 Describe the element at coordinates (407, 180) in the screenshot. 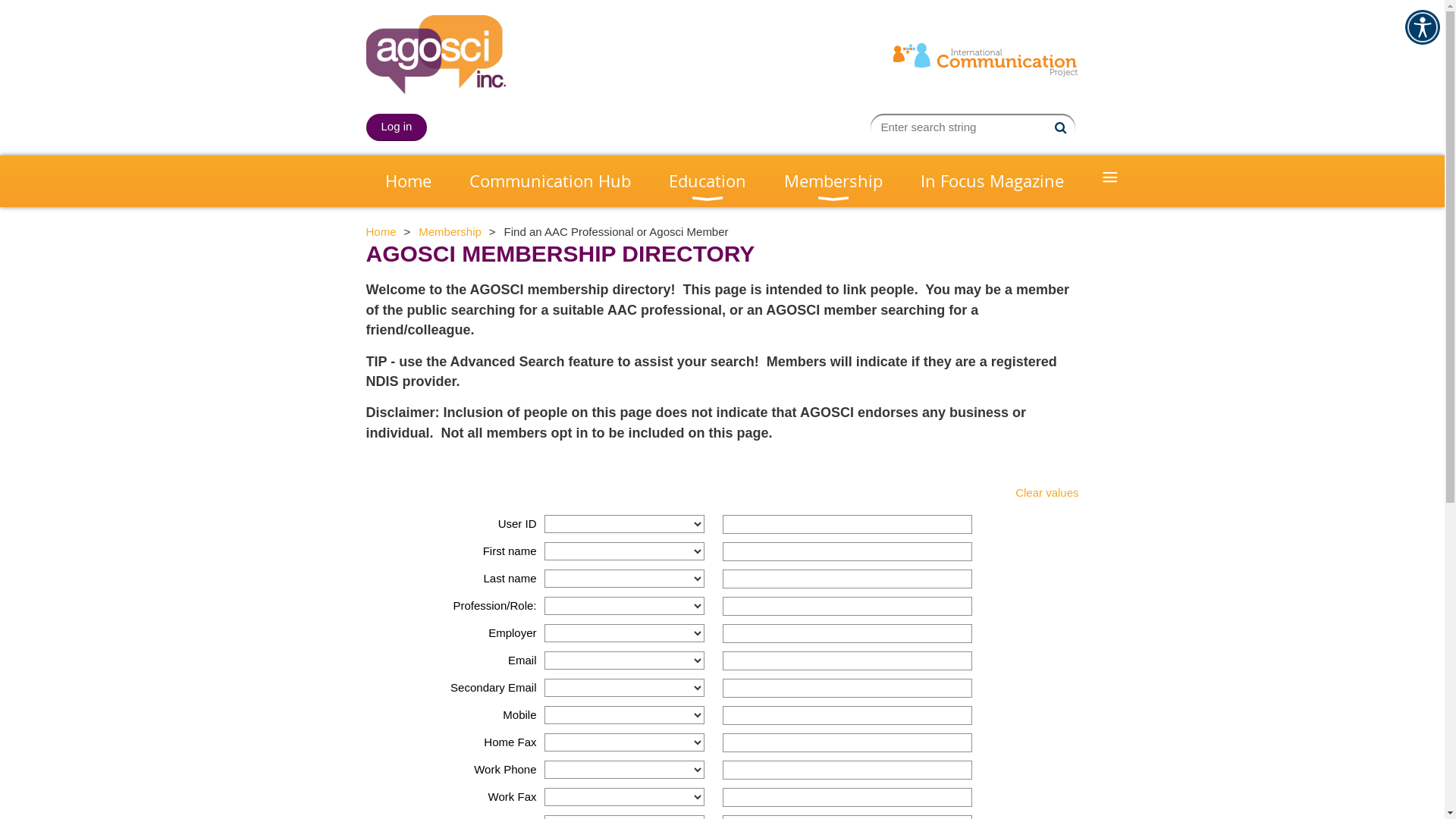

I see `'Home'` at that location.